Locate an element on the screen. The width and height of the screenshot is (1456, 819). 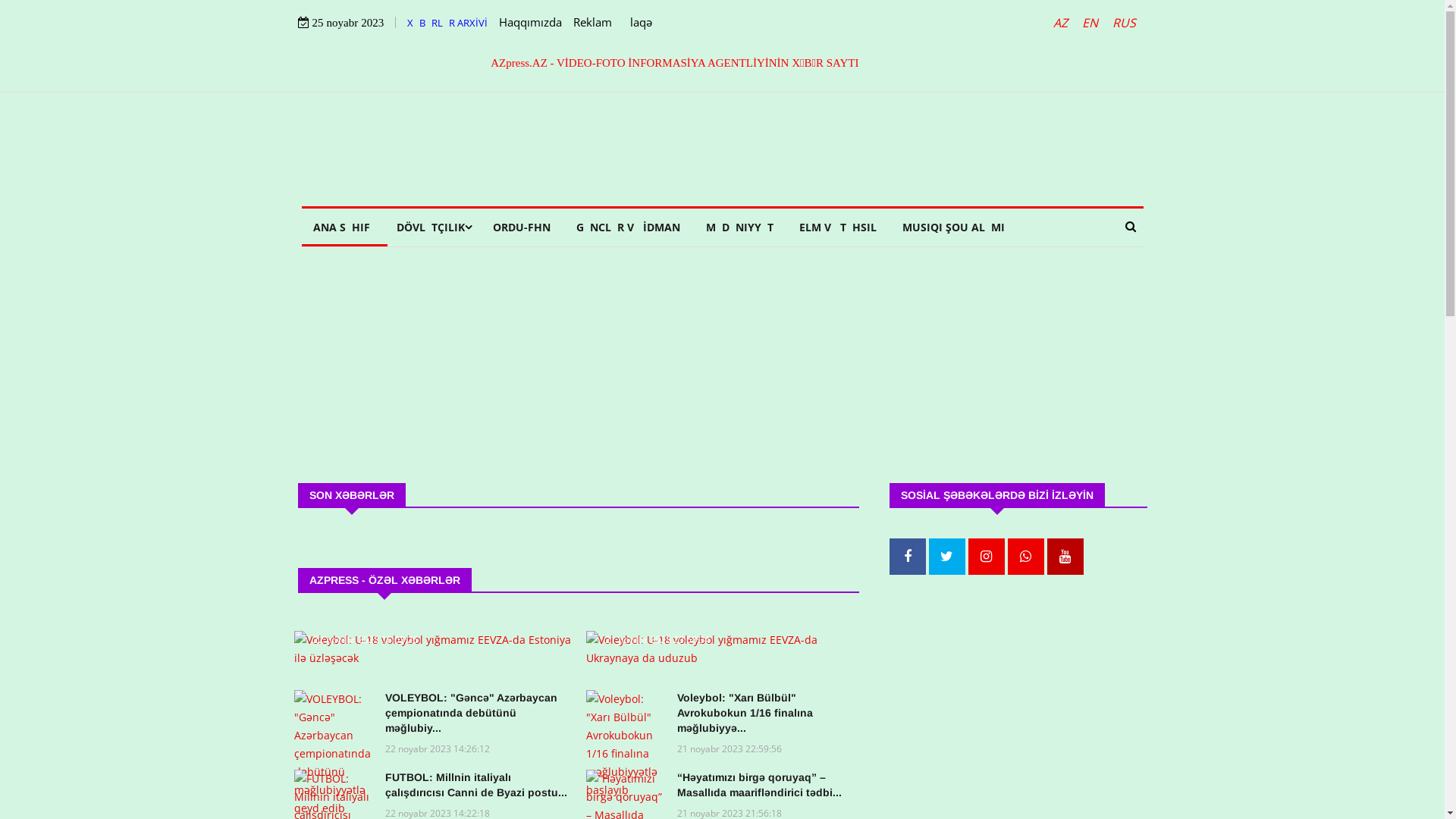
'RUS' is located at coordinates (1123, 23).